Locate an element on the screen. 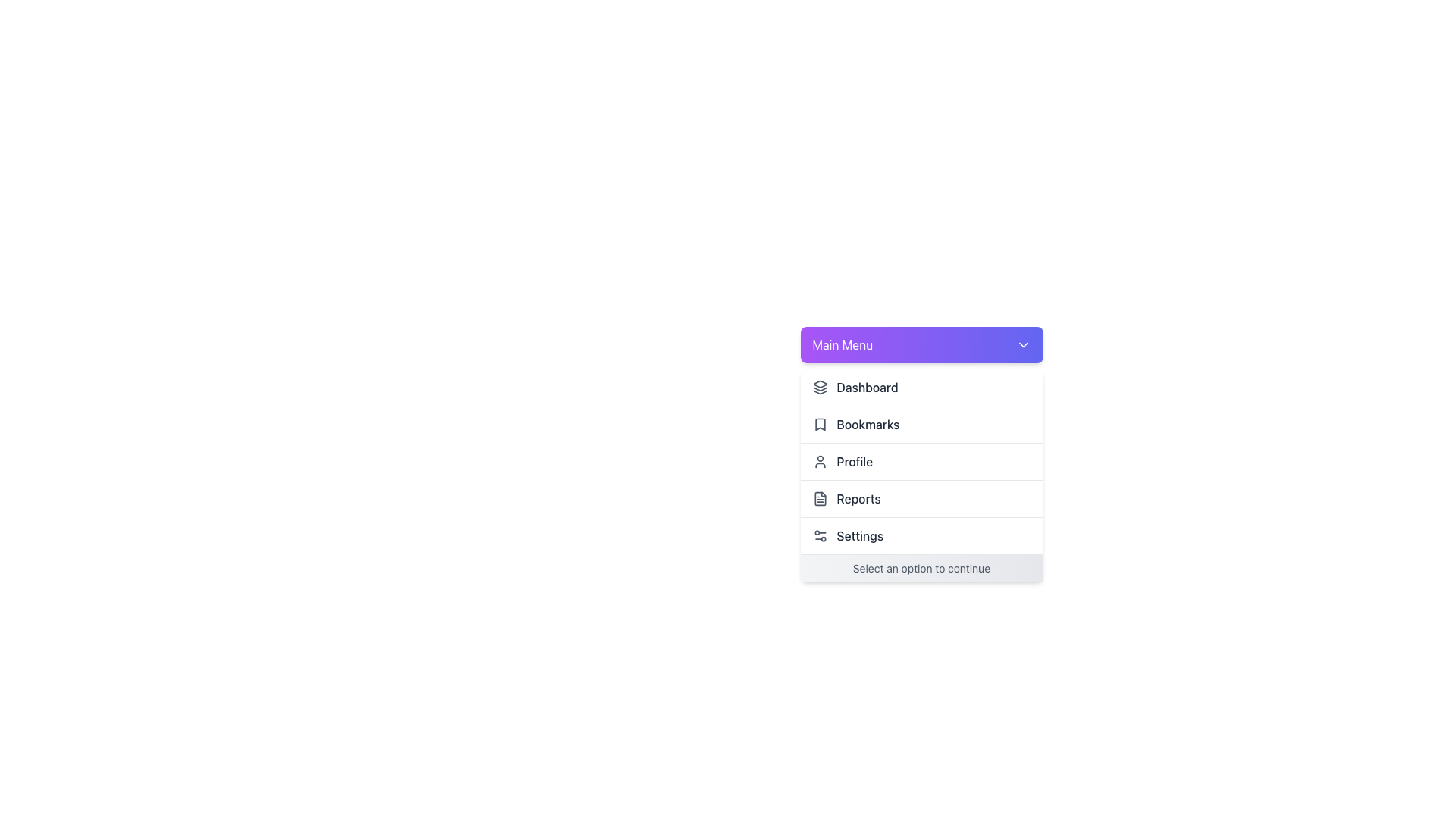 The image size is (1456, 819). the 'Reports' icon in the dropdown menu under the 'Main Menu' header is located at coordinates (819, 499).